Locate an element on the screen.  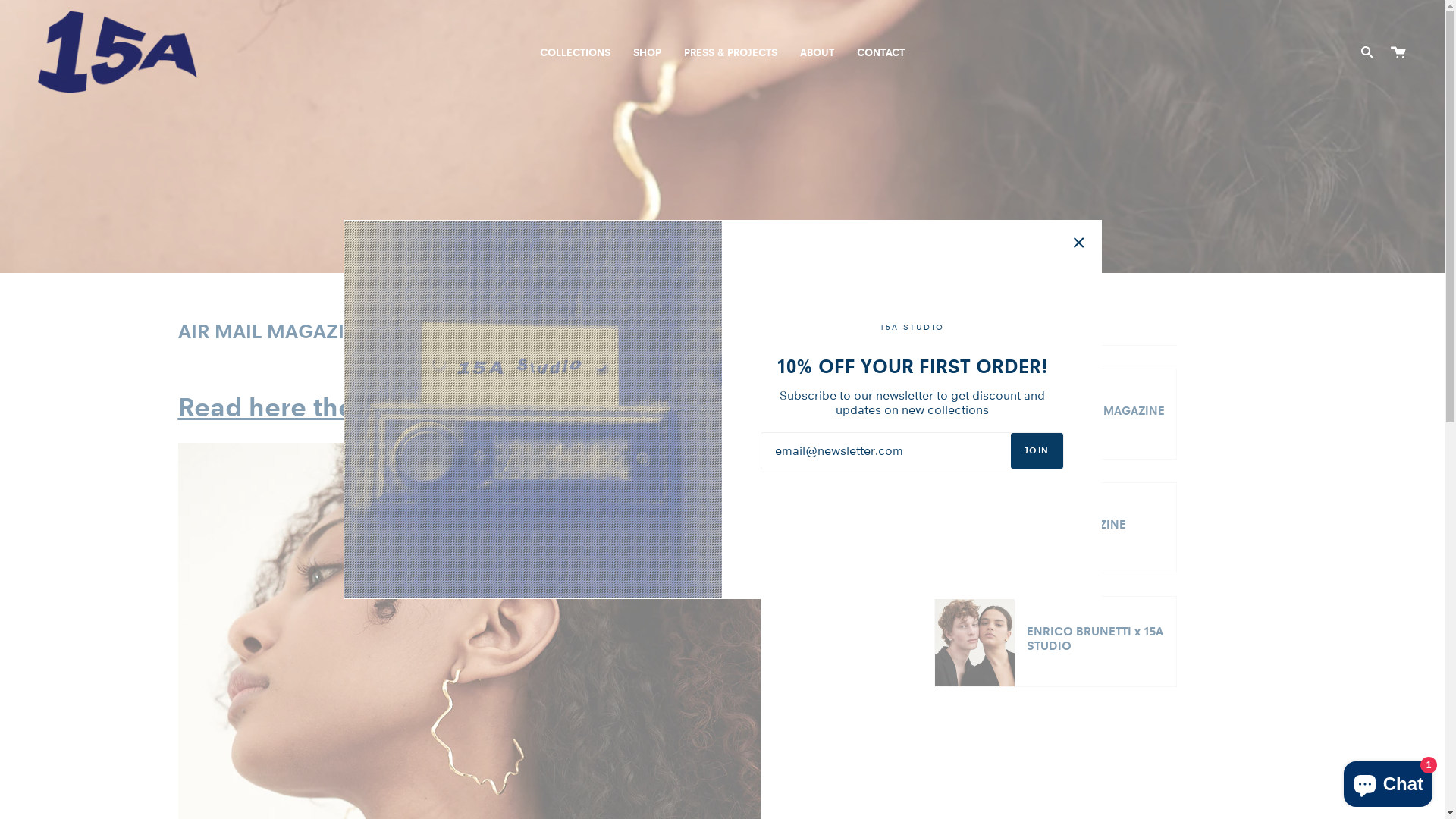
'JOIN' is located at coordinates (1036, 450).